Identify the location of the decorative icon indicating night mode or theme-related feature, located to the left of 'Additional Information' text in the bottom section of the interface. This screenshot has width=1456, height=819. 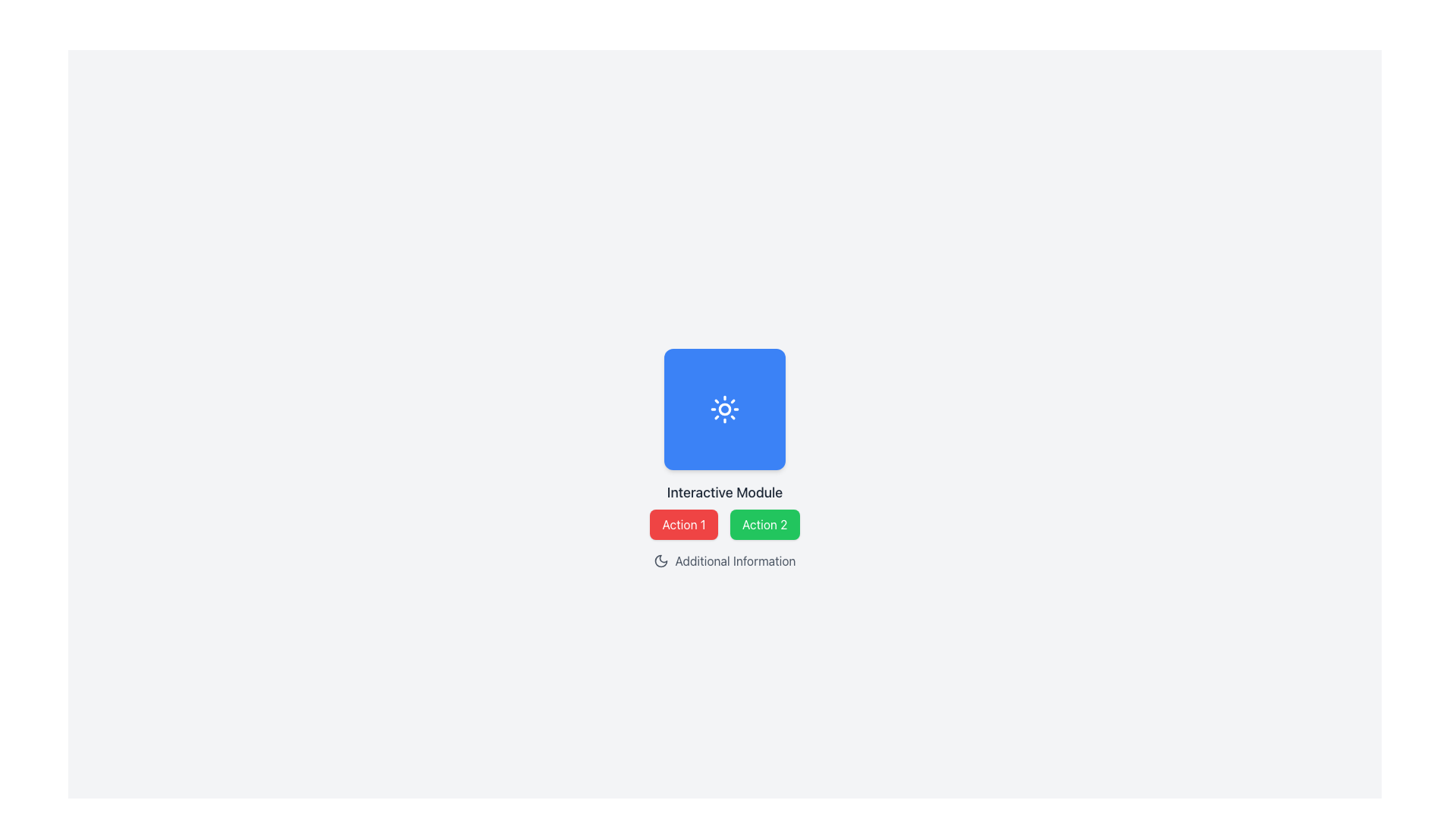
(661, 561).